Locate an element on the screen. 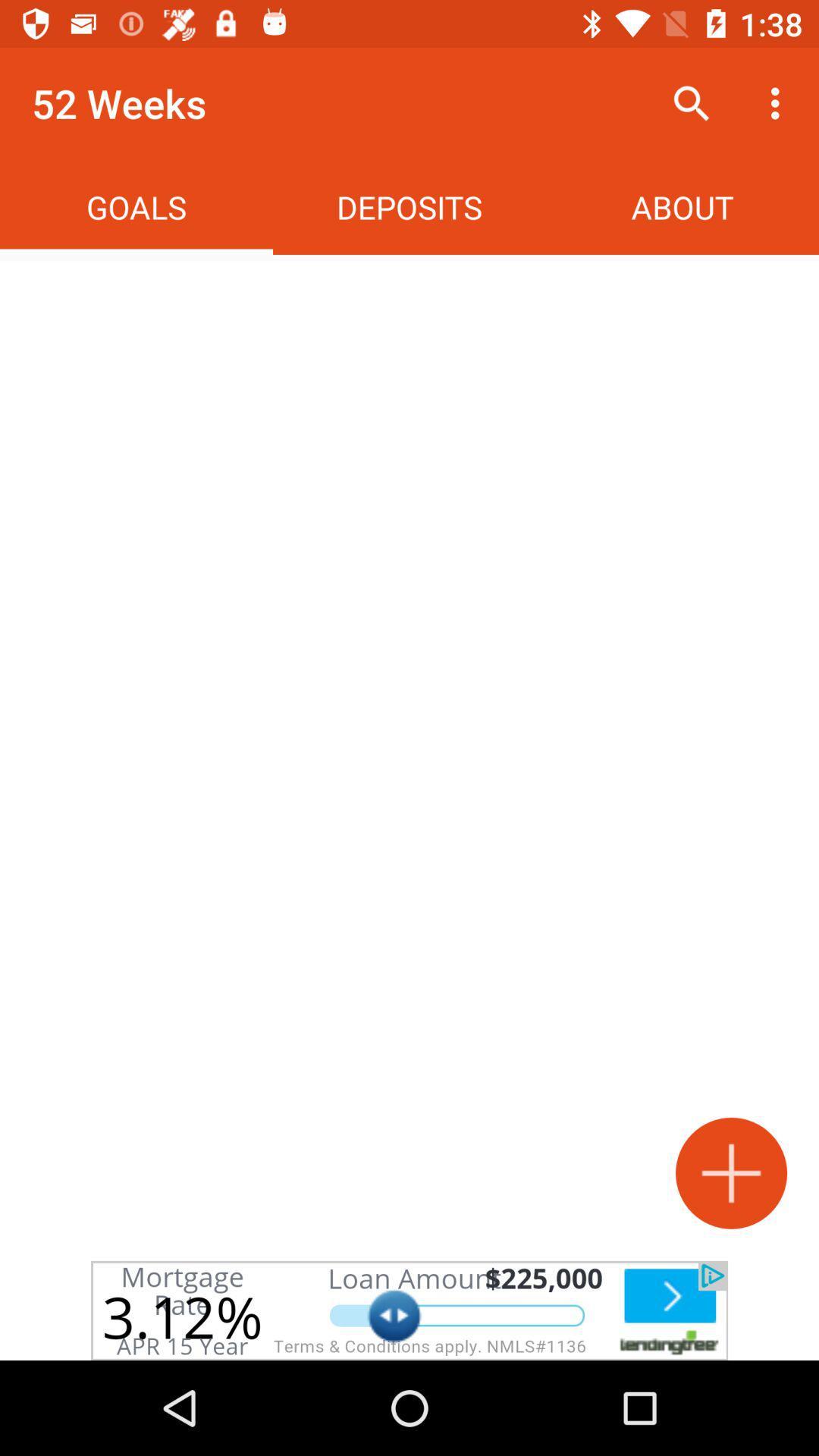  more options is located at coordinates (730, 1172).